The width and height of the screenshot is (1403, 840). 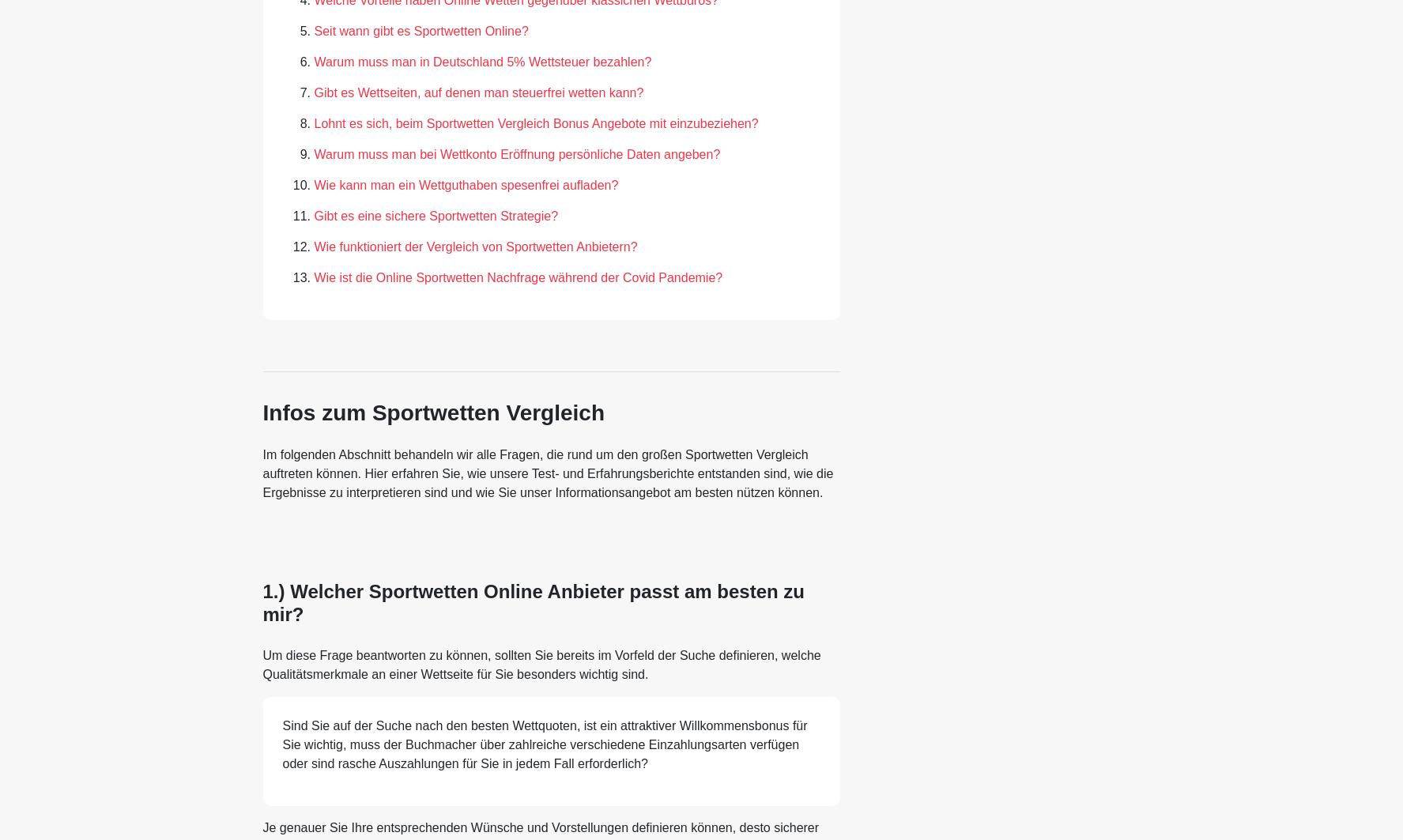 I want to click on '1.) Welcher Sportwetten Online Anbieter passt am besten zu mir?', so click(x=532, y=602).